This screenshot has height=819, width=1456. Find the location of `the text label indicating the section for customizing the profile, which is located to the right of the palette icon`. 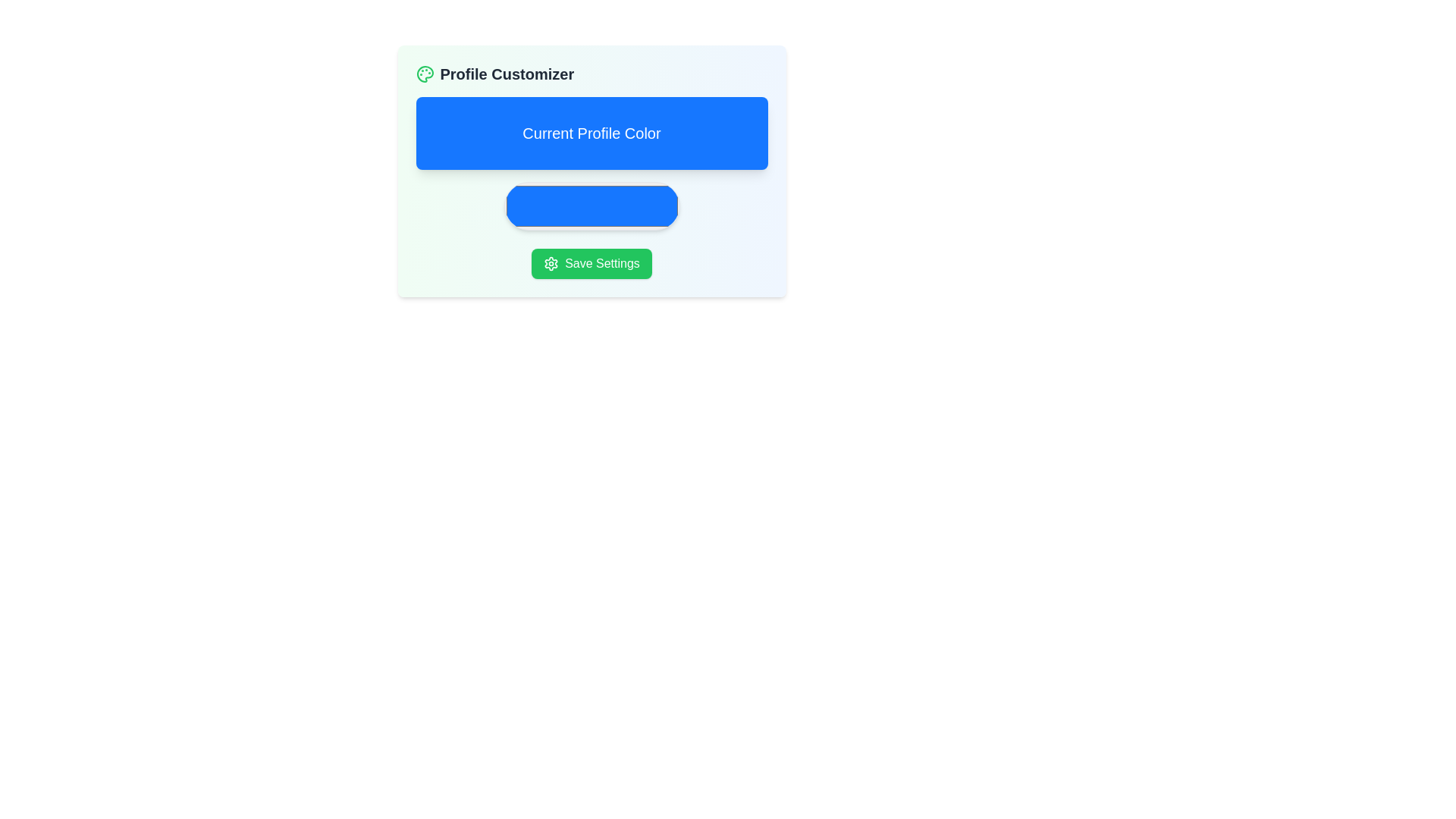

the text label indicating the section for customizing the profile, which is located to the right of the palette icon is located at coordinates (507, 74).